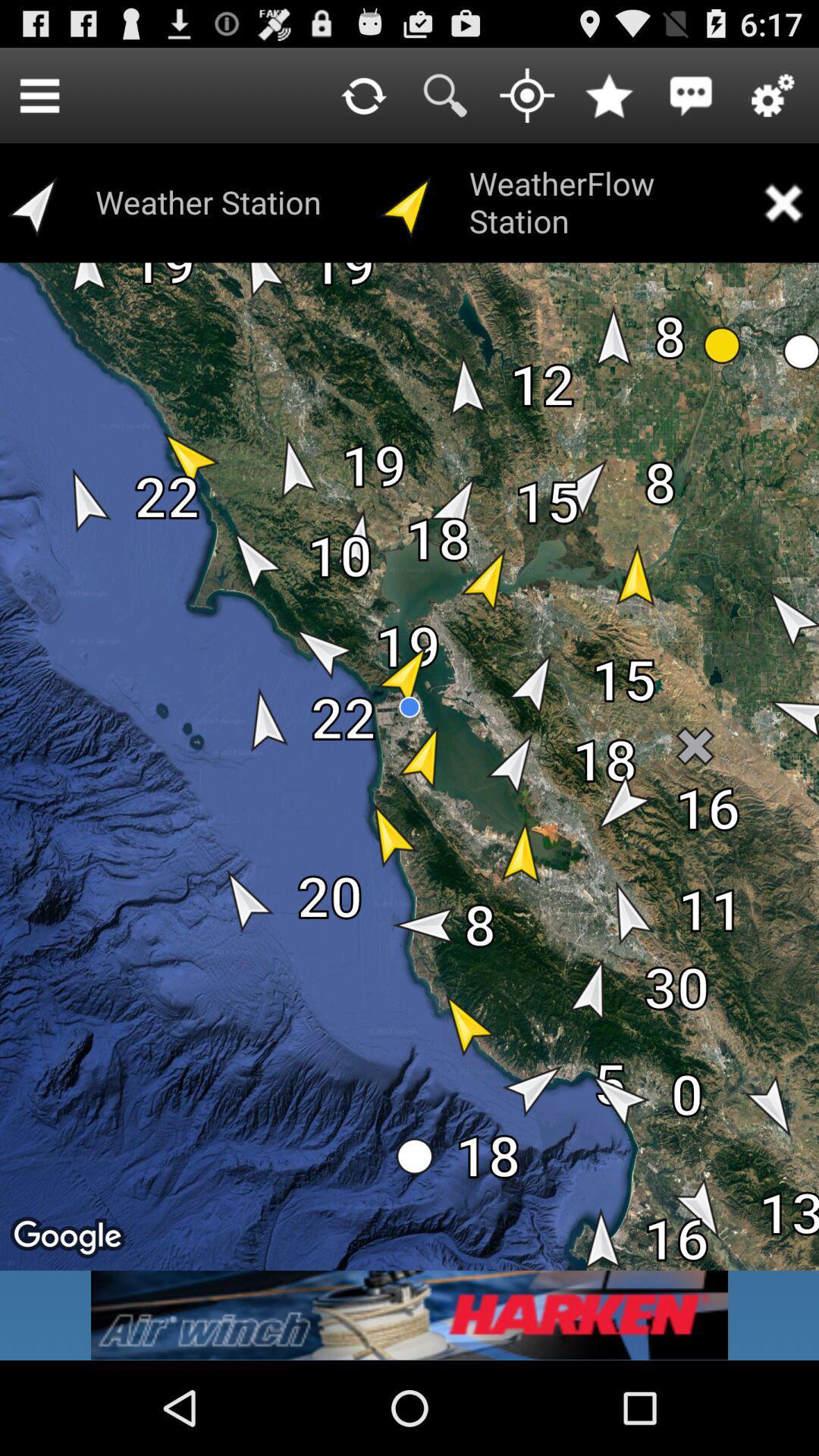 The image size is (819, 1456). What do you see at coordinates (783, 202) in the screenshot?
I see `the weather flow station option` at bounding box center [783, 202].